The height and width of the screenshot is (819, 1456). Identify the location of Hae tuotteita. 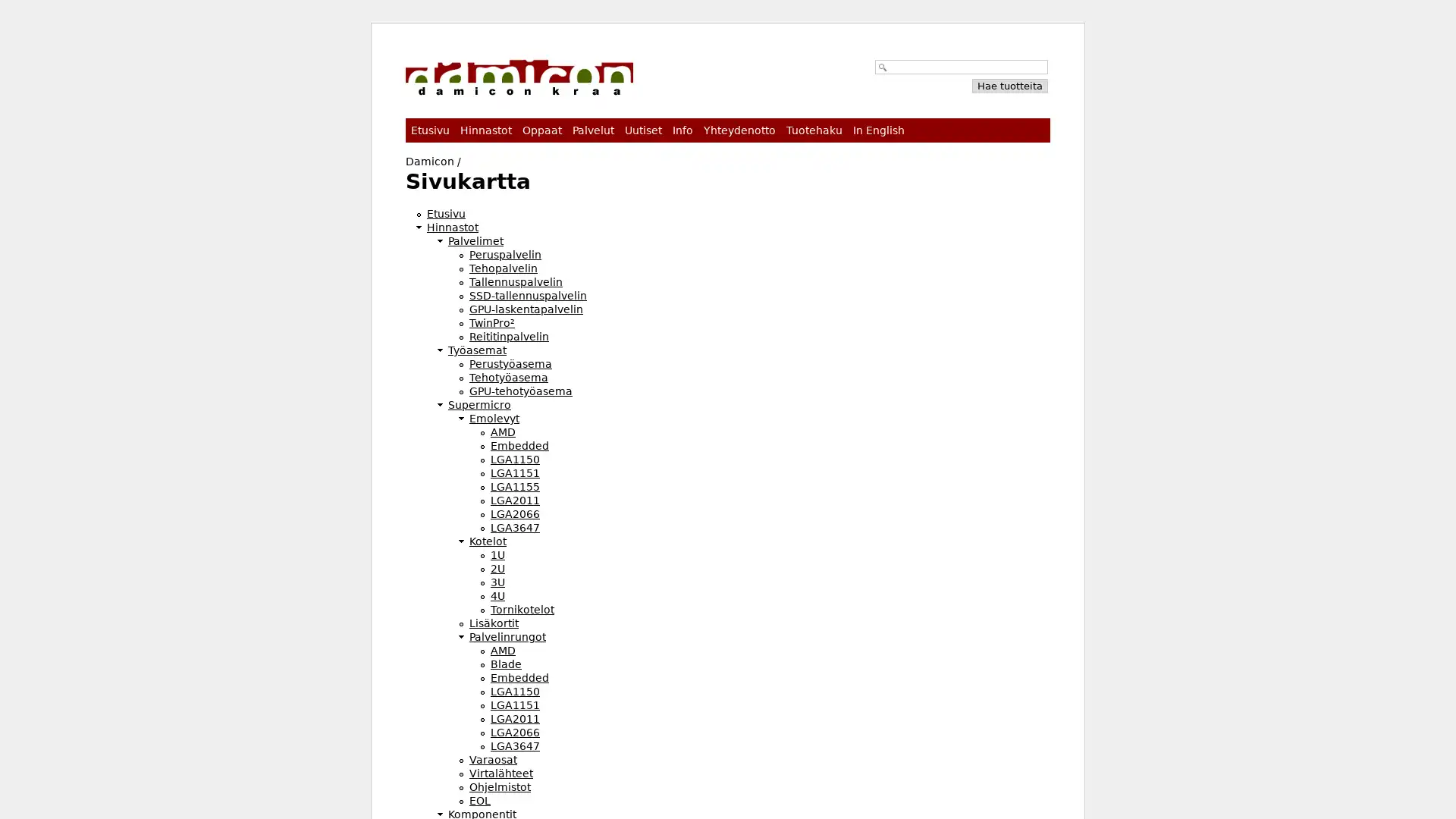
(1010, 86).